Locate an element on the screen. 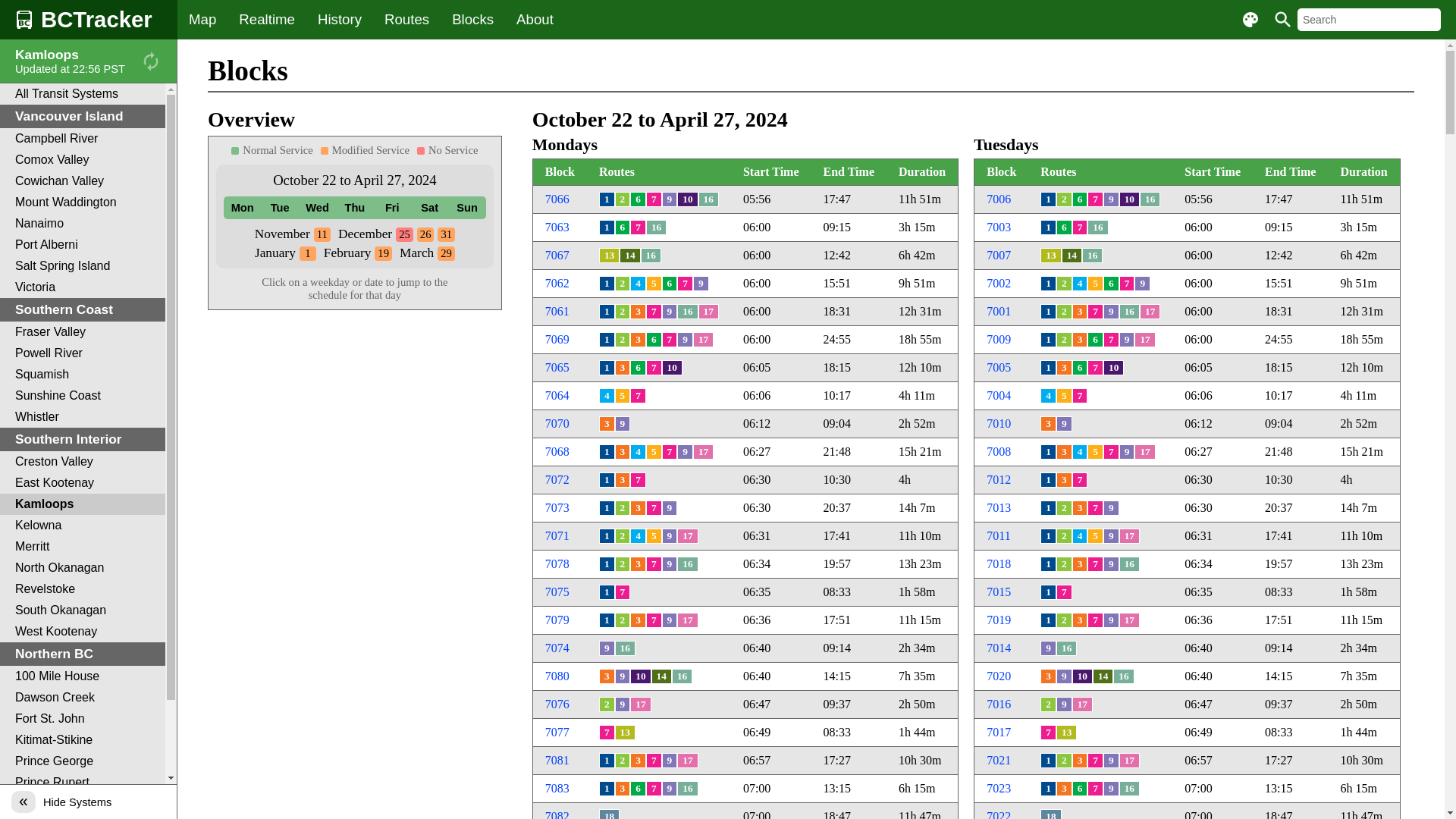 This screenshot has height=819, width=1456. '17' is located at coordinates (1144, 338).